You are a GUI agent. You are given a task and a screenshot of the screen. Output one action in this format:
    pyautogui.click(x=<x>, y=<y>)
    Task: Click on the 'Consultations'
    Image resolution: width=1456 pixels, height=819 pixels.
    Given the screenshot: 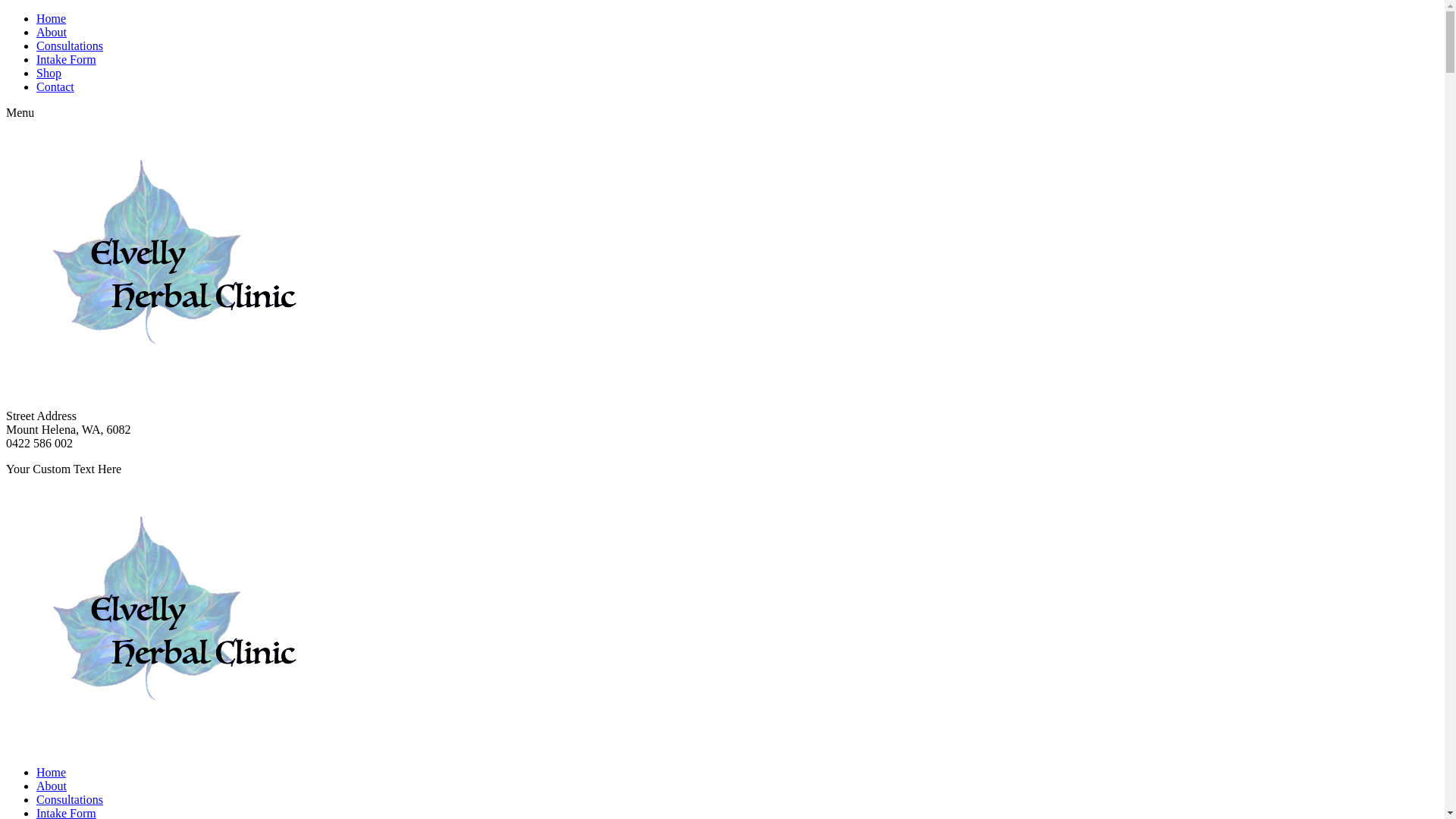 What is the action you would take?
    pyautogui.click(x=68, y=45)
    